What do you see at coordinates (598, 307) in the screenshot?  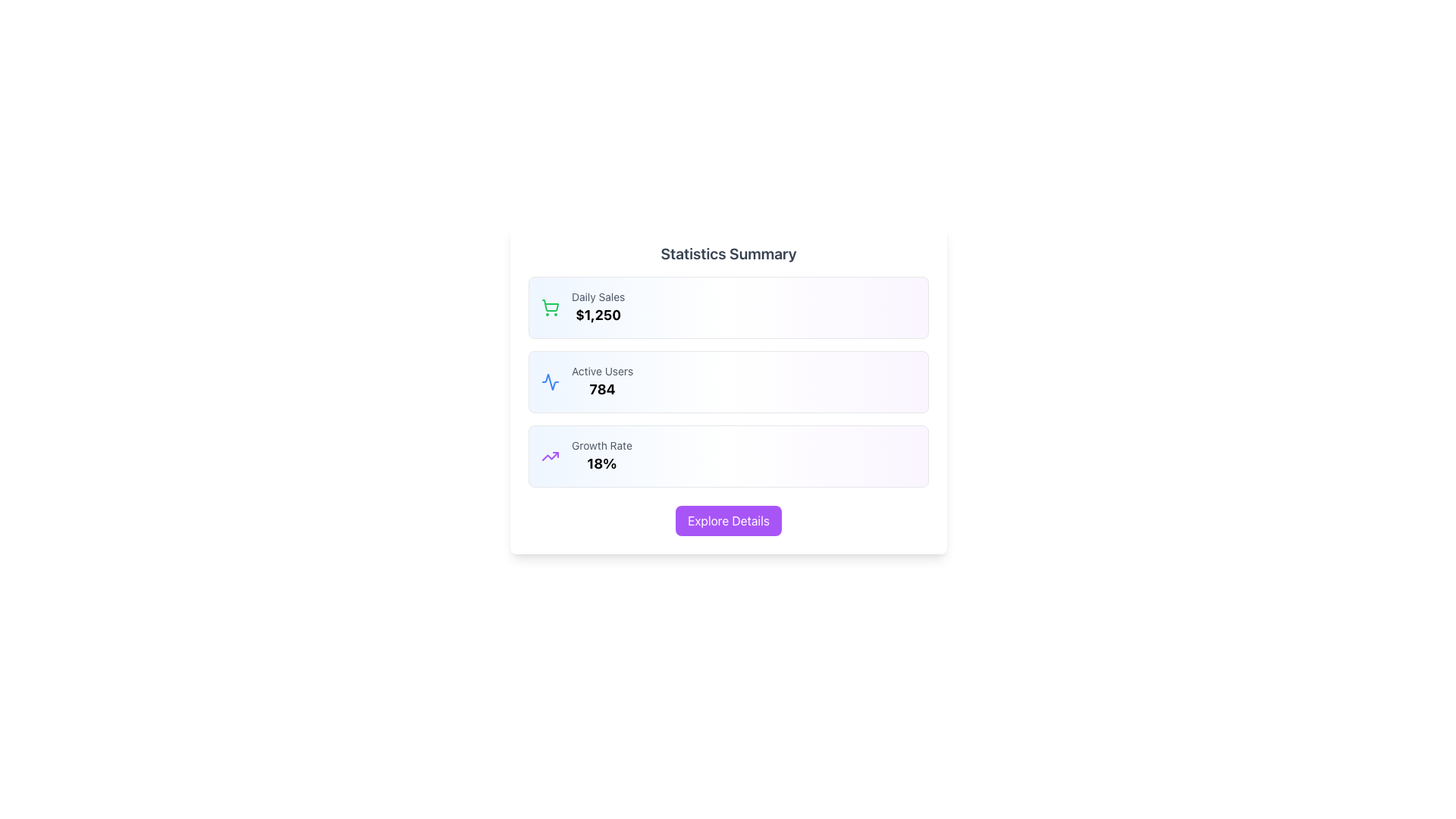 I see `the Statistical information display field that shows 'Daily Sales' and the monetary value '$1,250', located in the first box of the statistical summary section` at bounding box center [598, 307].